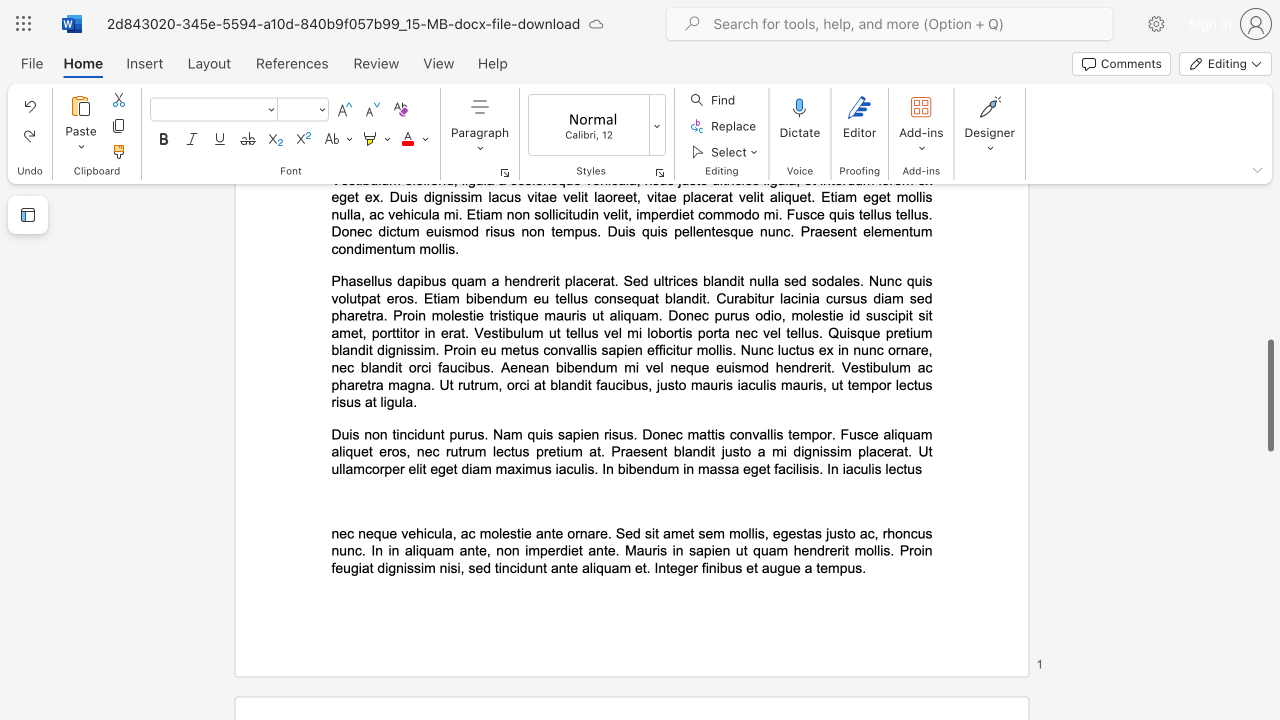 This screenshot has width=1280, height=720. What do you see at coordinates (734, 550) in the screenshot?
I see `the subset text "ut quam hendrerit mol" within the text "nec neque vehicula, ac molestie ante ornare. Sed sit amet sem mollis, egestas justo ac, rhoncus nunc. In in aliquam ante, non imperdiet ante. Mauris in sapien ut quam hendrerit mollis. Proin feugiat dignissim nisi, sed tincidunt ante aliquam et. Integer finibus et augue a tempus."` at bounding box center [734, 550].